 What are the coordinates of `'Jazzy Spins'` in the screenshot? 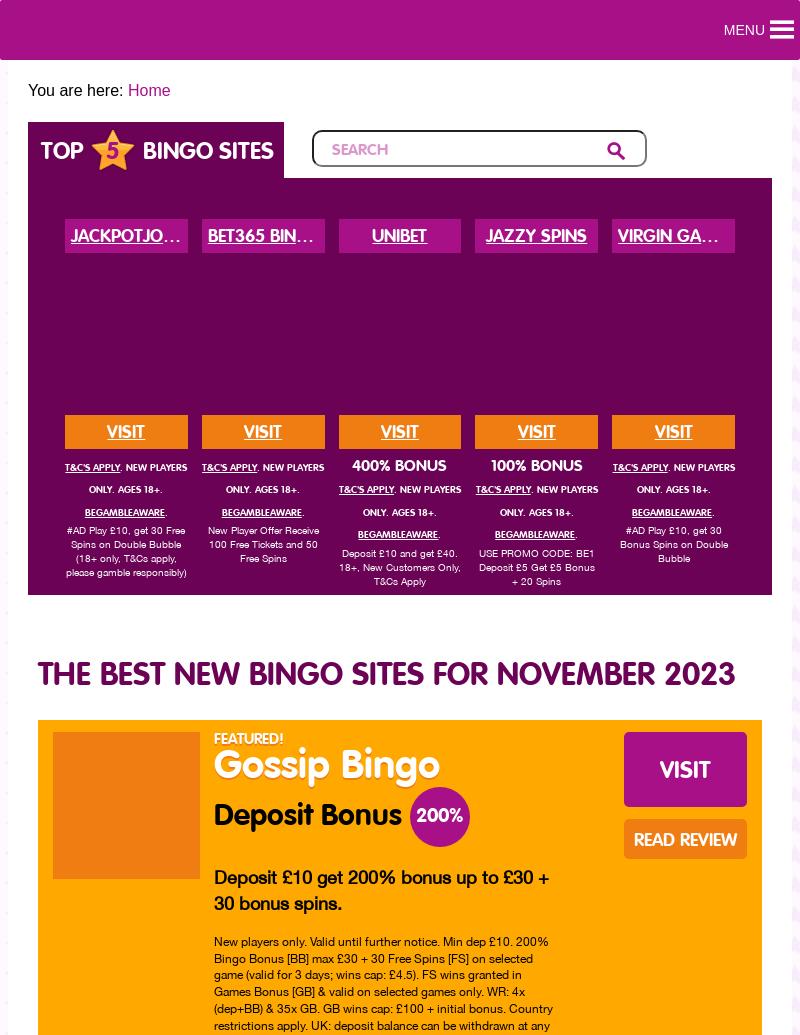 It's located at (486, 235).